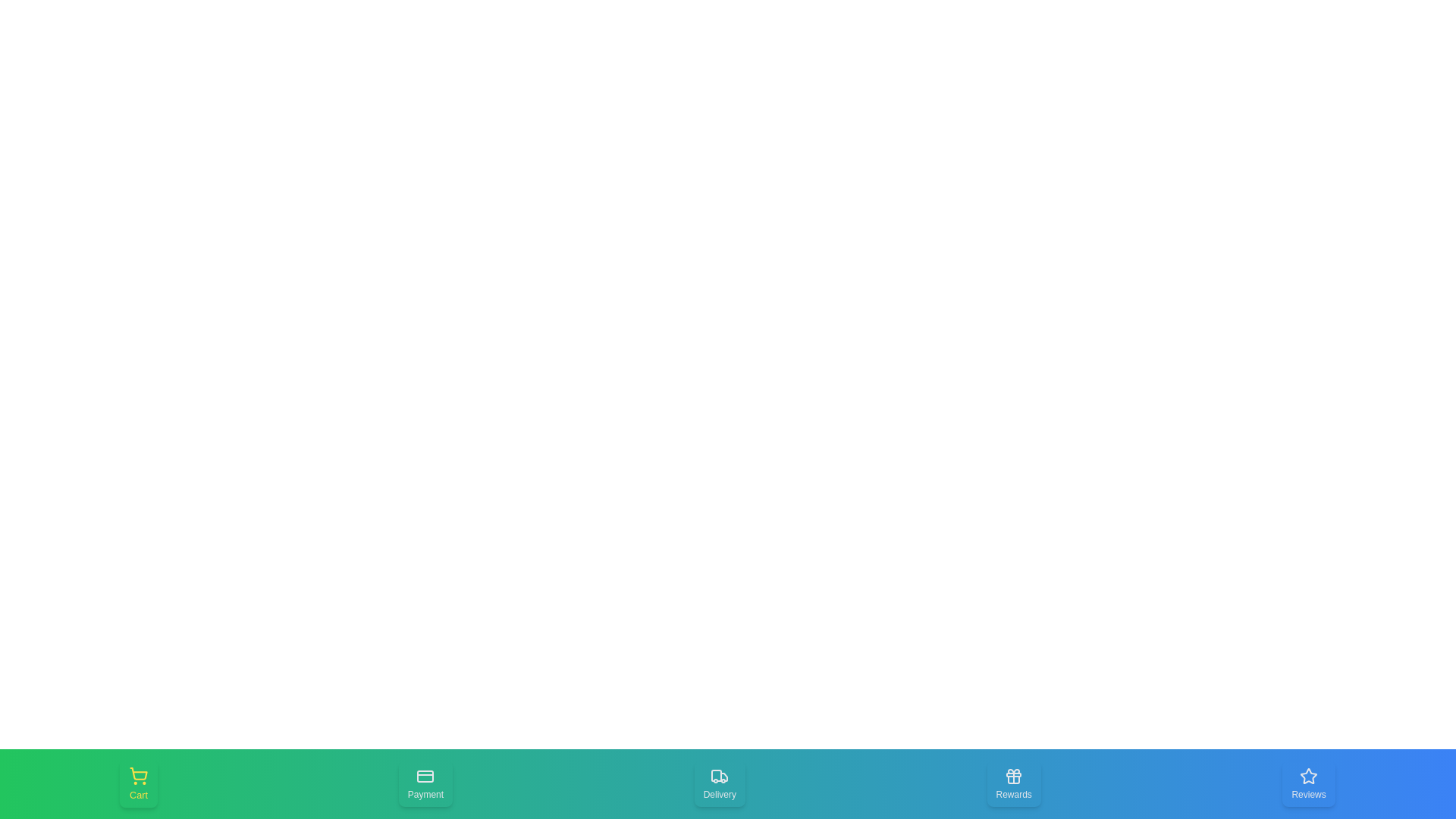 Image resolution: width=1456 pixels, height=819 pixels. I want to click on the Cart navigation tab, so click(139, 783).